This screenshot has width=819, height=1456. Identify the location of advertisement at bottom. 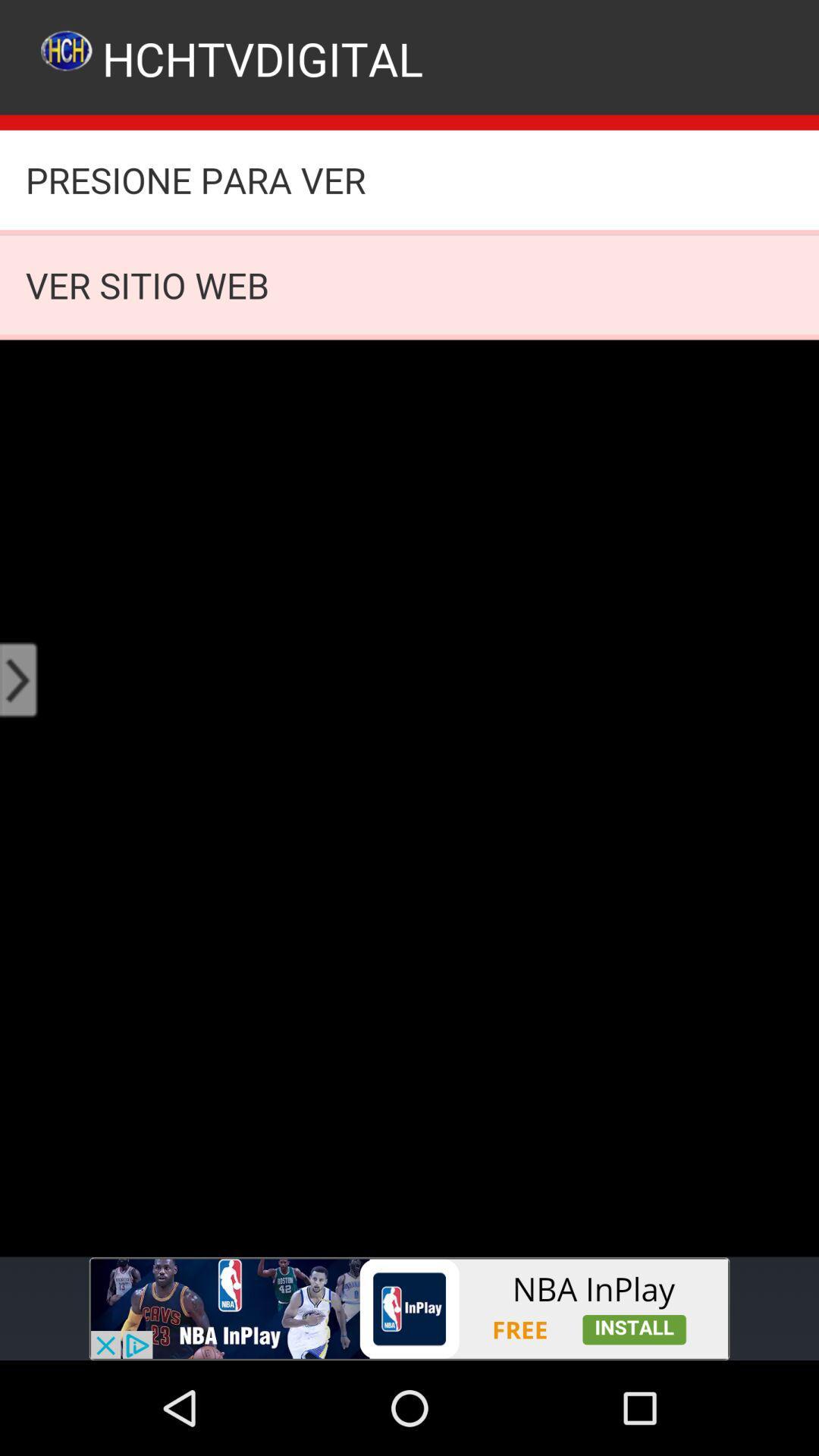
(409, 1308).